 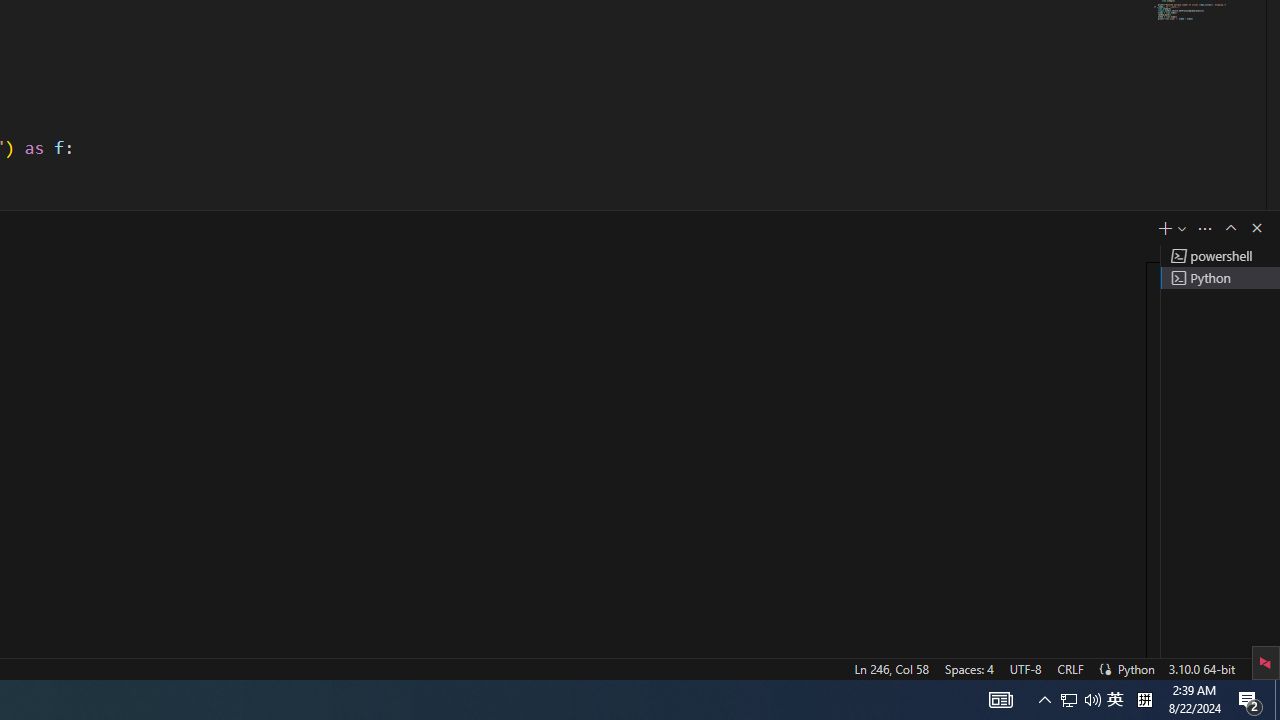 What do you see at coordinates (1182, 227) in the screenshot?
I see `'Launch Profile...'` at bounding box center [1182, 227].